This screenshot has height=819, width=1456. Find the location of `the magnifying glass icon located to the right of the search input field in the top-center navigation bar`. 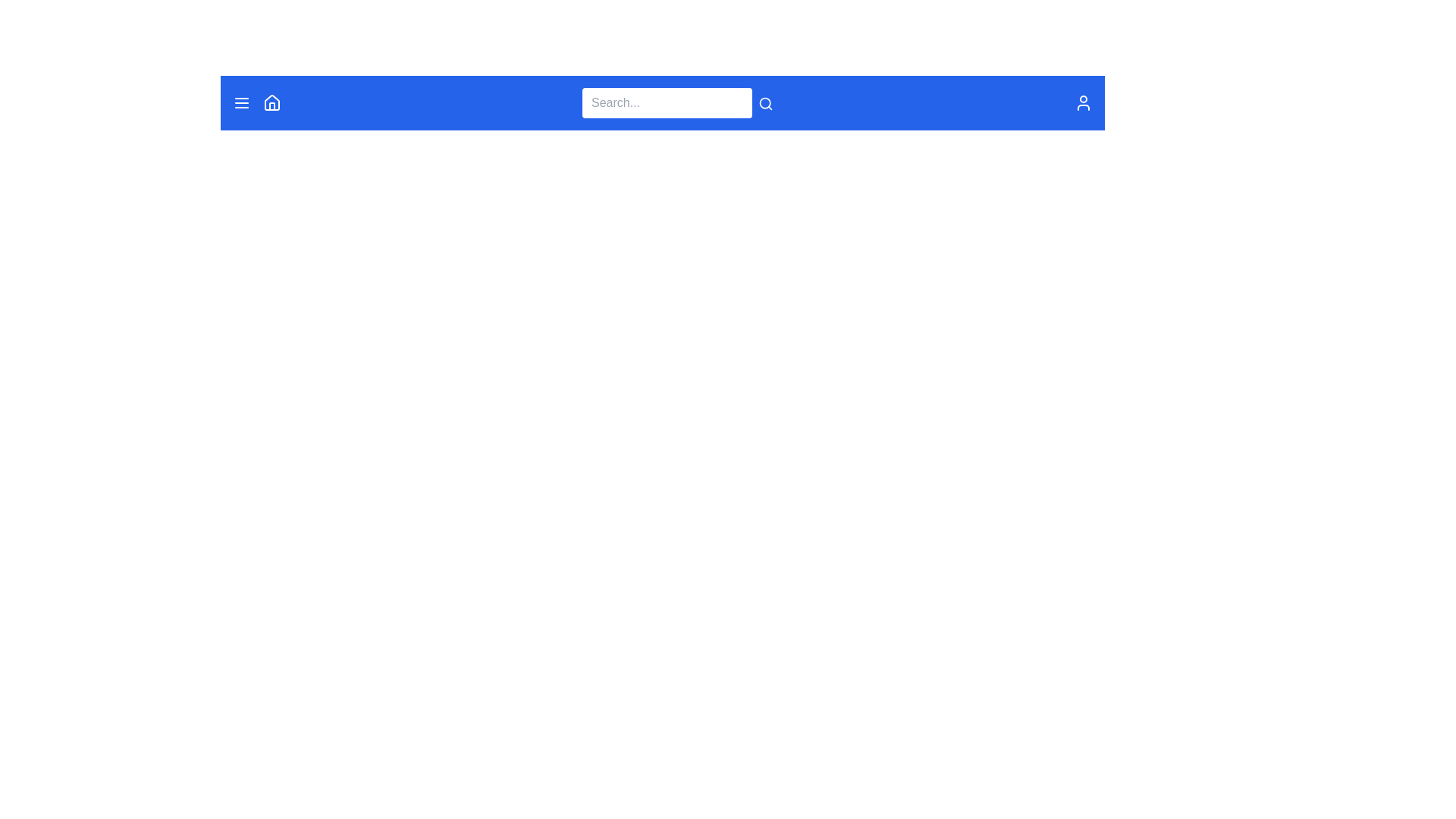

the magnifying glass icon located to the right of the search input field in the top-center navigation bar is located at coordinates (765, 102).